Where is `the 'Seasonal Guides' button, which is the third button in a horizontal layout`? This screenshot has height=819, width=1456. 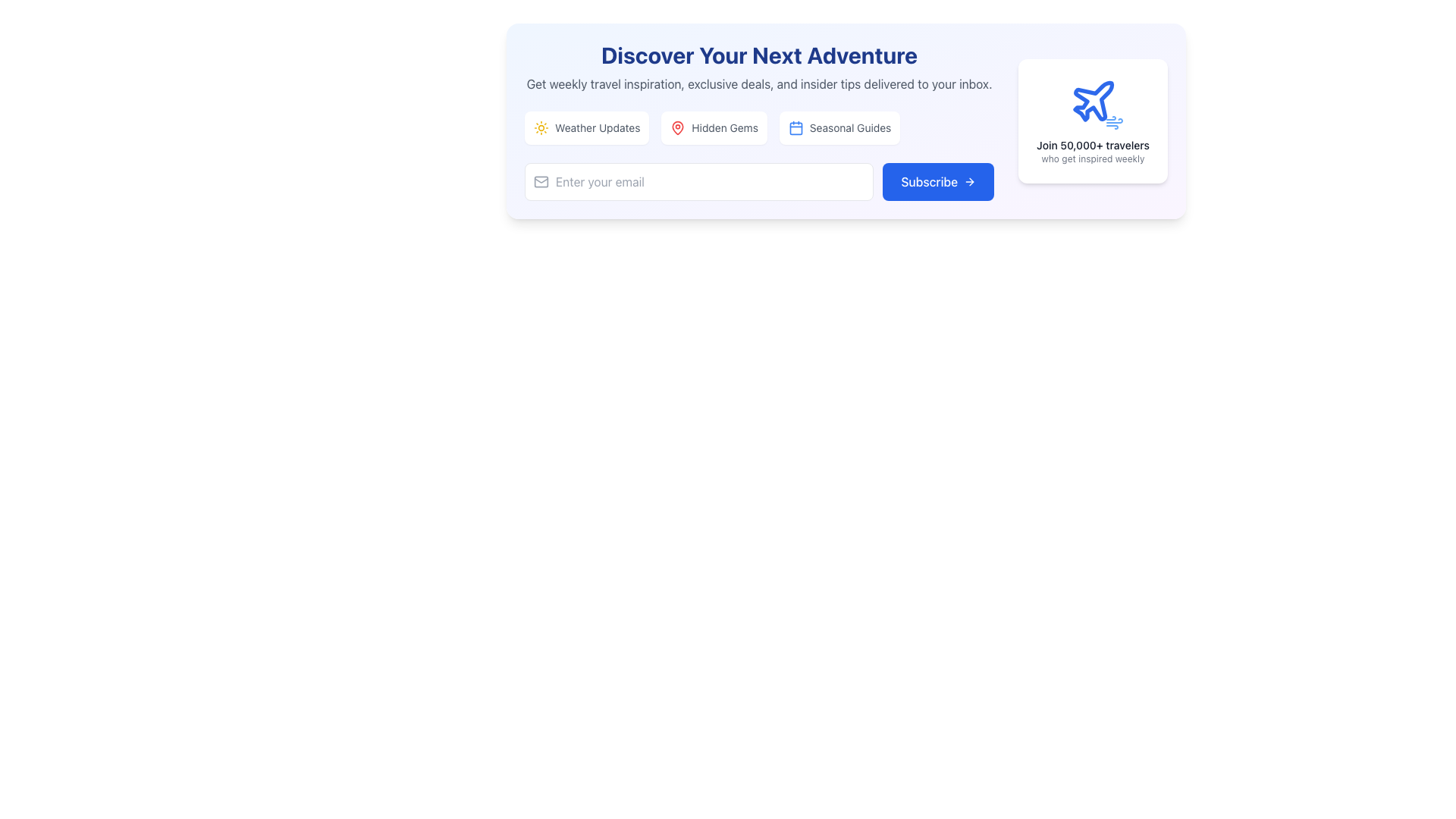
the 'Seasonal Guides' button, which is the third button in a horizontal layout is located at coordinates (839, 127).